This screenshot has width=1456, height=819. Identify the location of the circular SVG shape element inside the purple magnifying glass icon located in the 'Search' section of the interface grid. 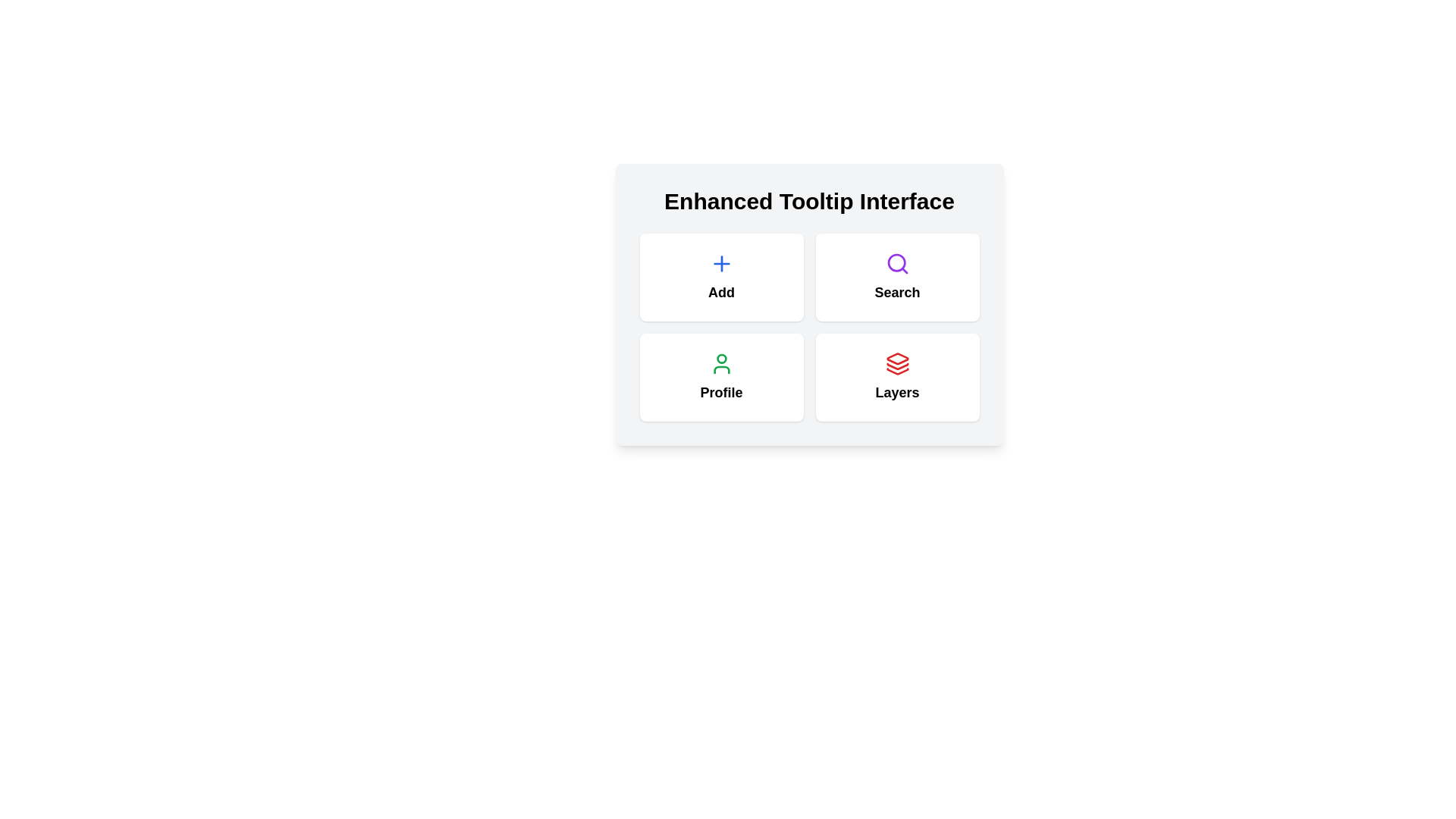
(896, 262).